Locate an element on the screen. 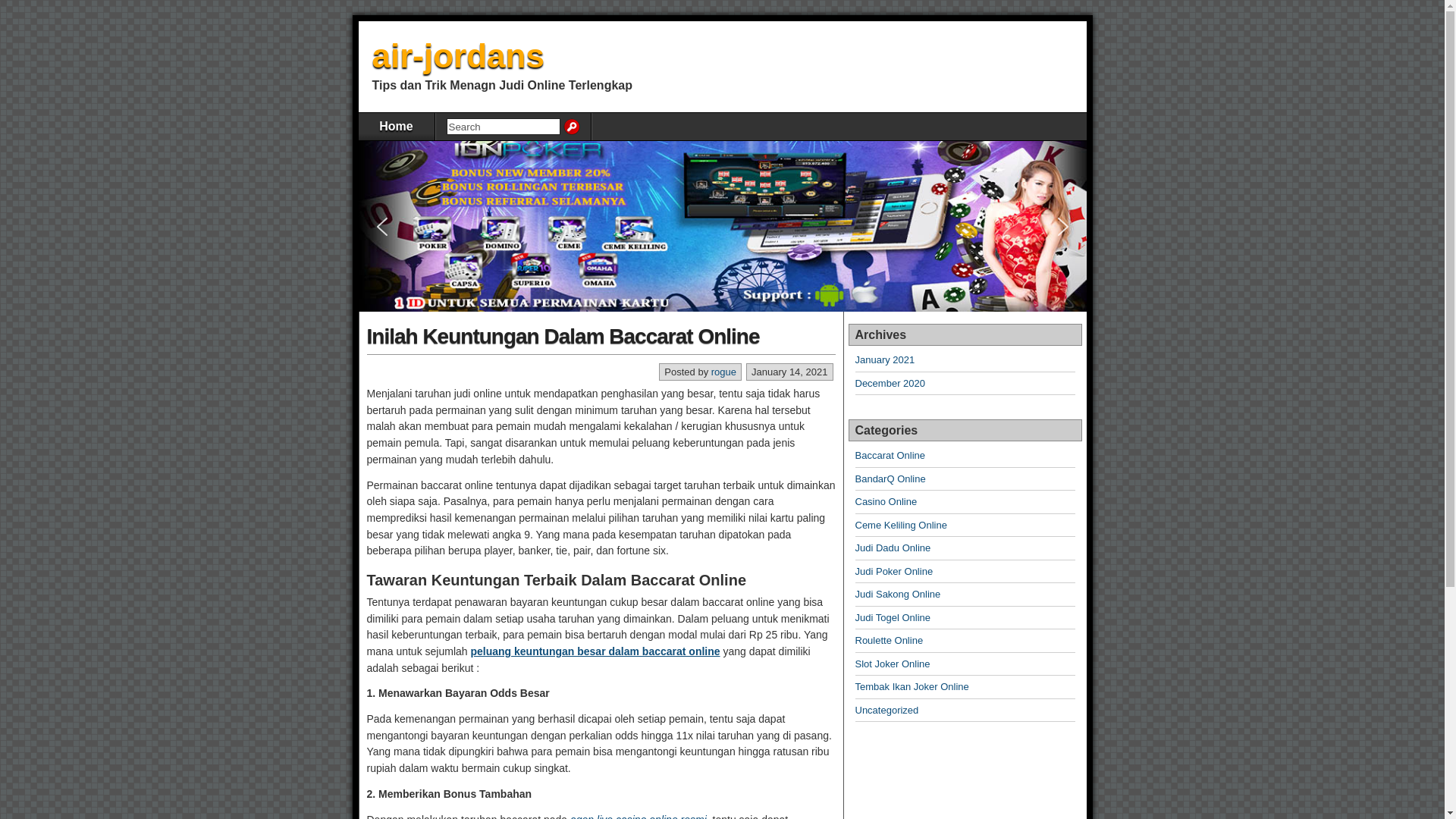  'Judi Togel Online' is located at coordinates (855, 617).